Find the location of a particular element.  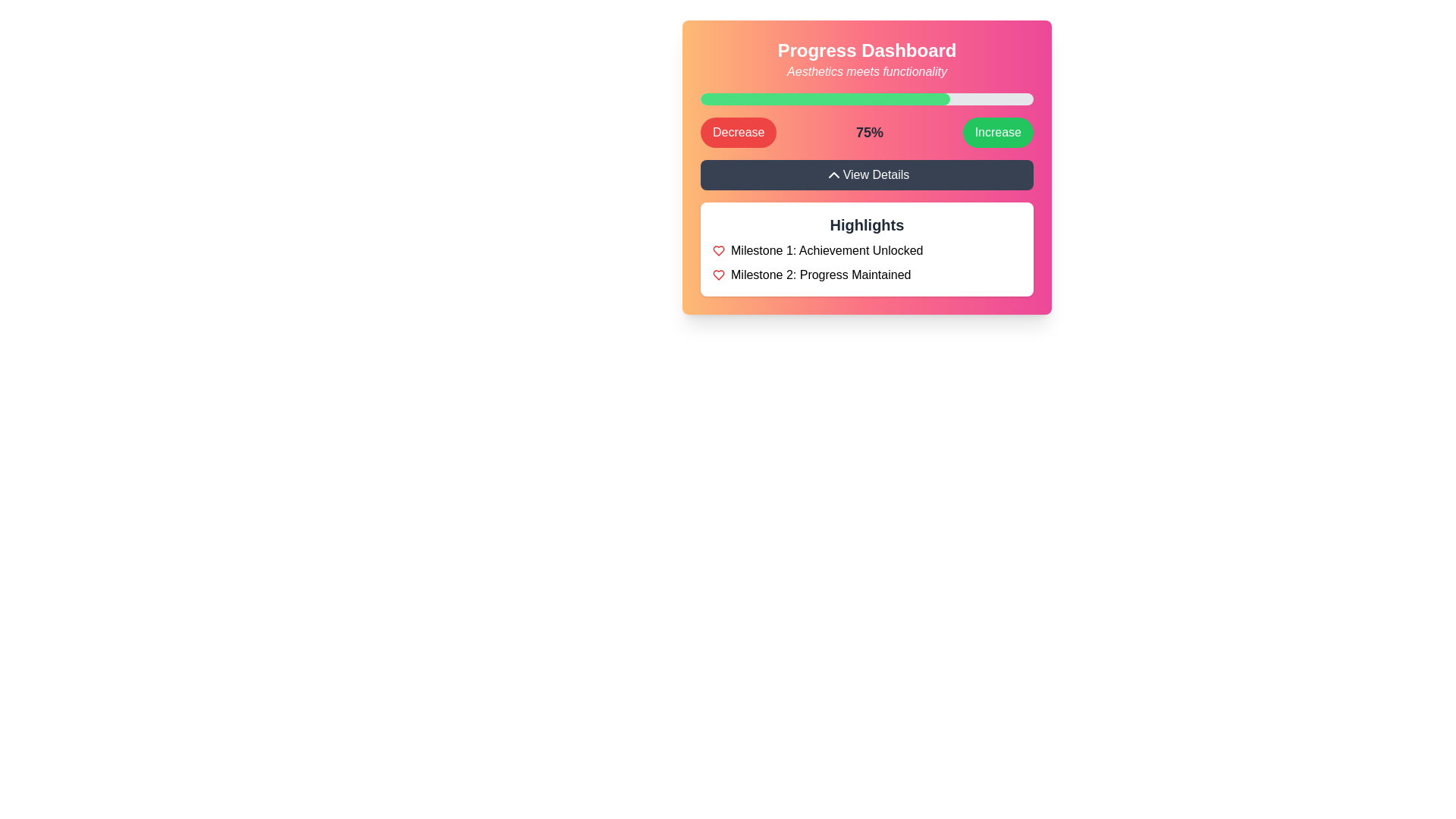

the button that reveals additional details related to the progress dashboard, which is centrally located below the progress bar and other elements is located at coordinates (867, 174).